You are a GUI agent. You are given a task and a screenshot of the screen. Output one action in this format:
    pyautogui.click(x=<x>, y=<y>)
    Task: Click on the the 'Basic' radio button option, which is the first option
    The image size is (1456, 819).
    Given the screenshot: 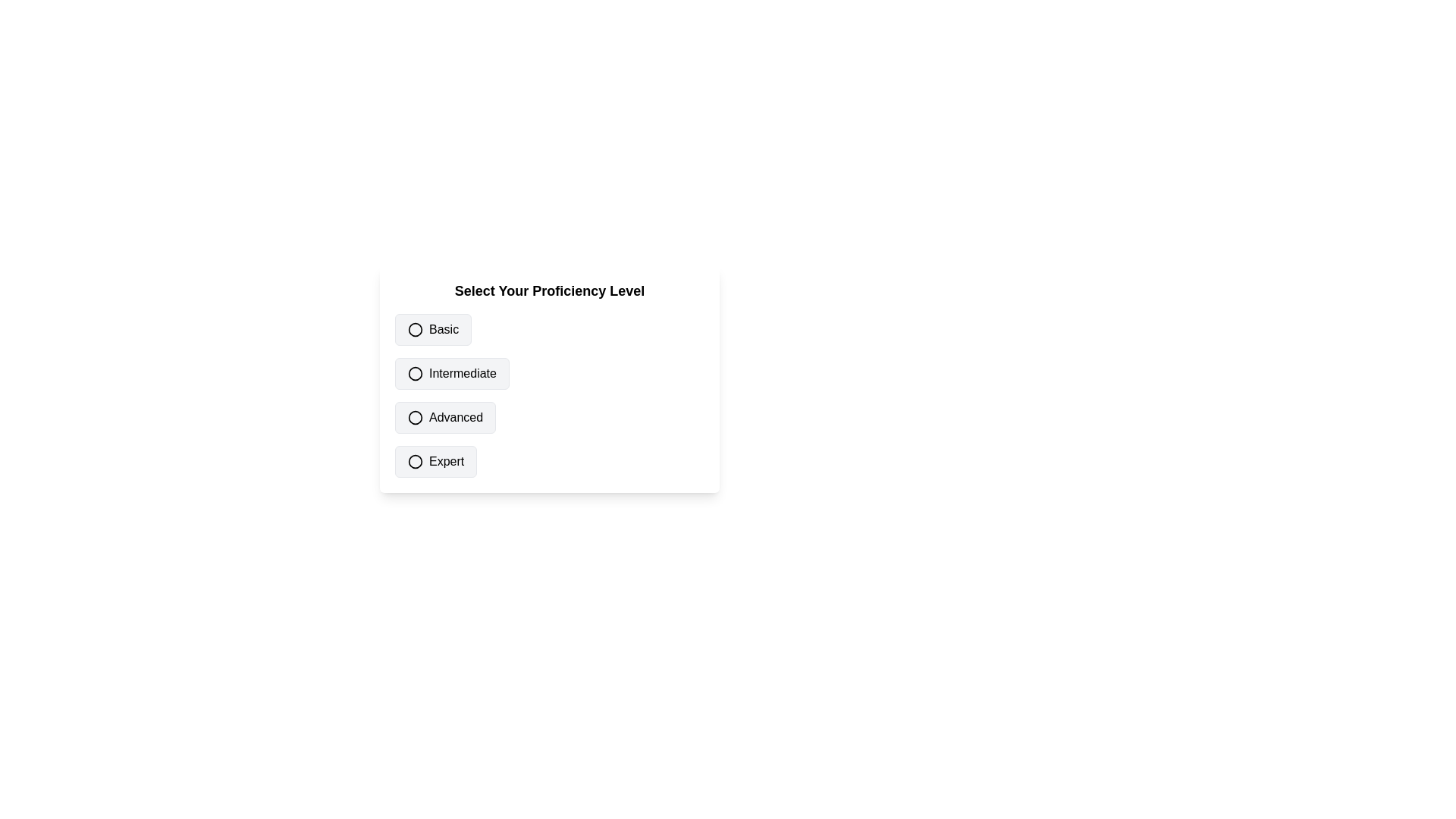 What is the action you would take?
    pyautogui.click(x=432, y=329)
    